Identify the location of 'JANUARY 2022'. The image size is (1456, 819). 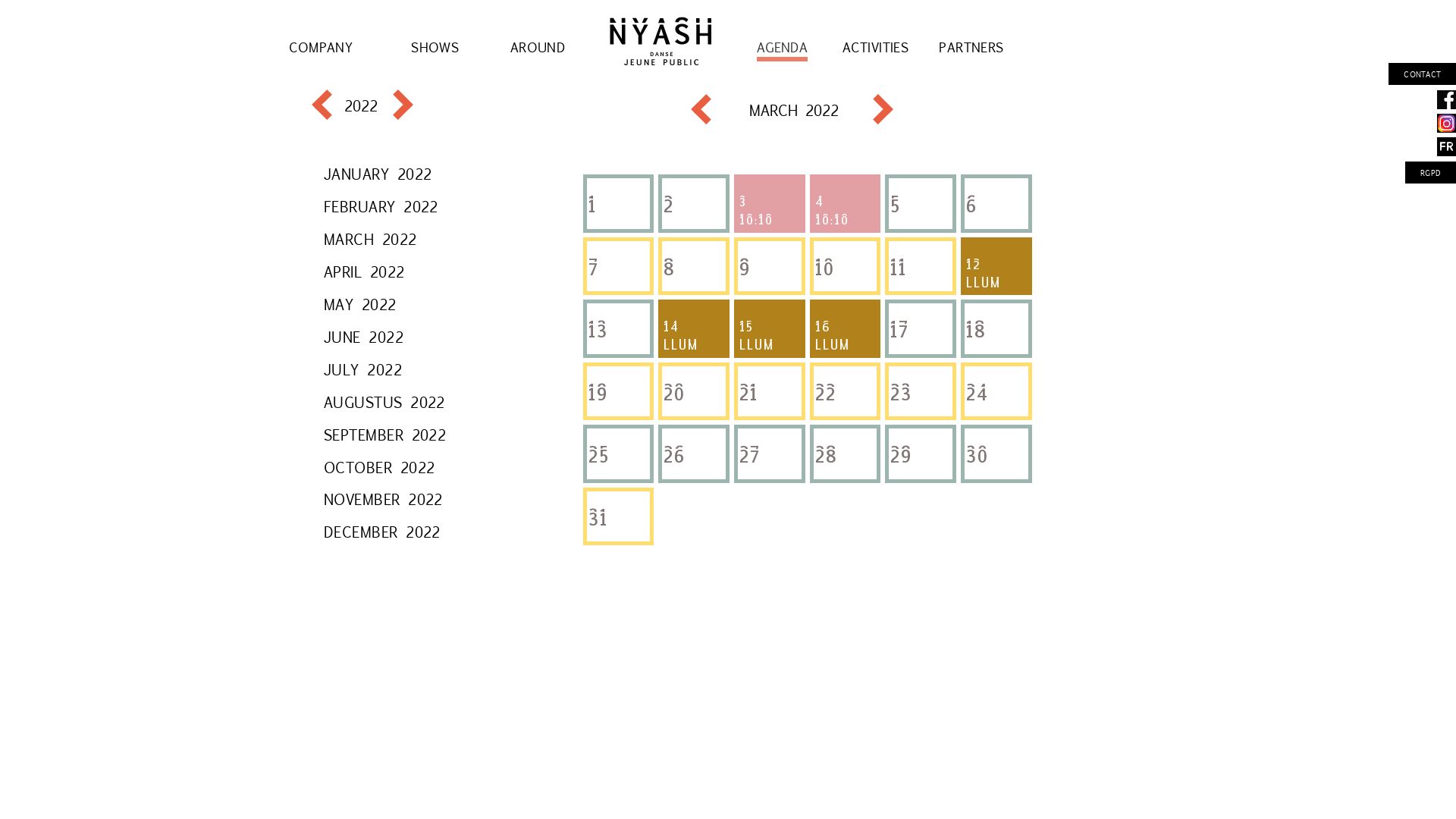
(378, 172).